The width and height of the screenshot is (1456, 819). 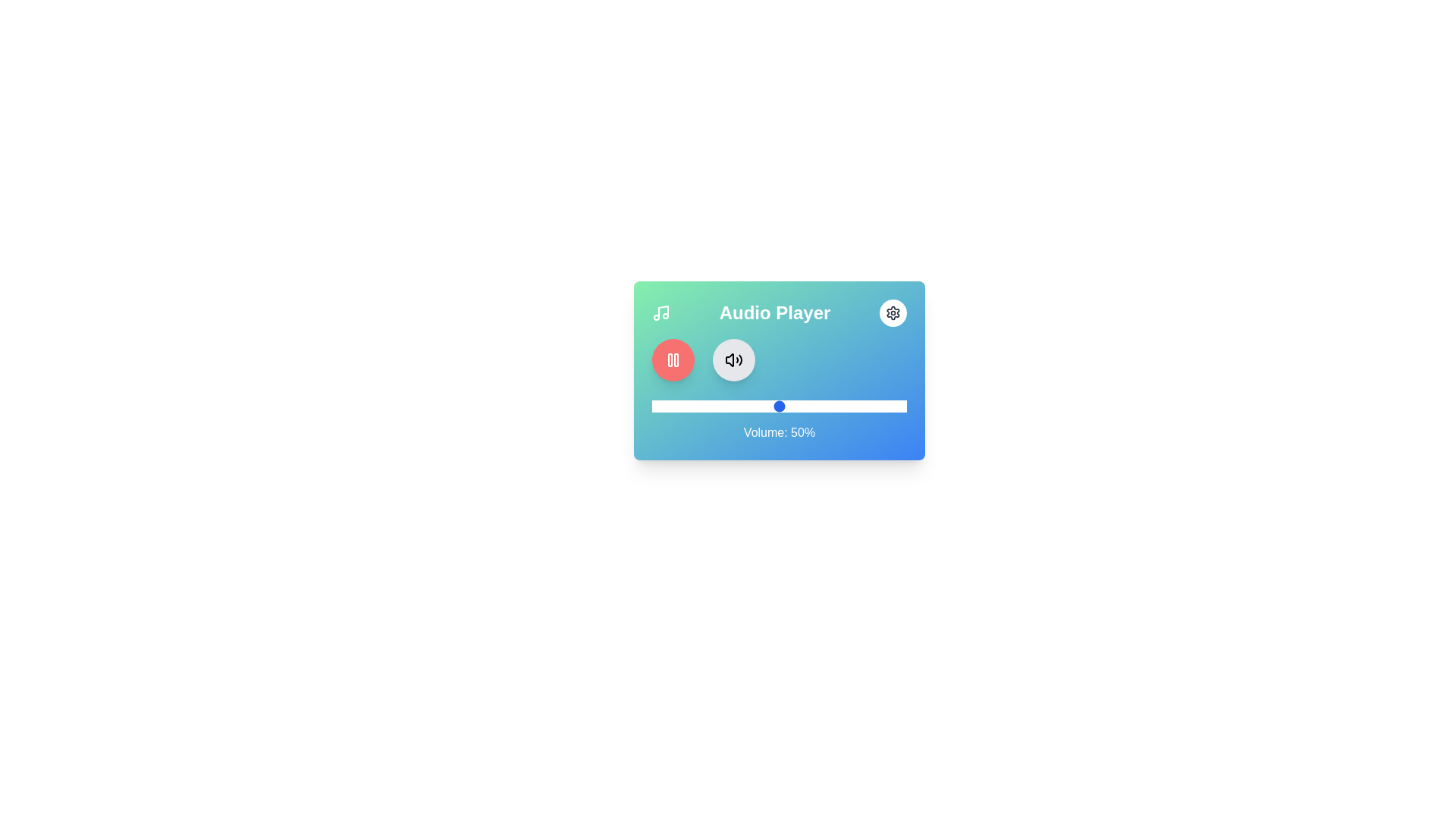 What do you see at coordinates (893, 312) in the screenshot?
I see `the Settings Cog icon located at the top-right corner of the audio player interface` at bounding box center [893, 312].